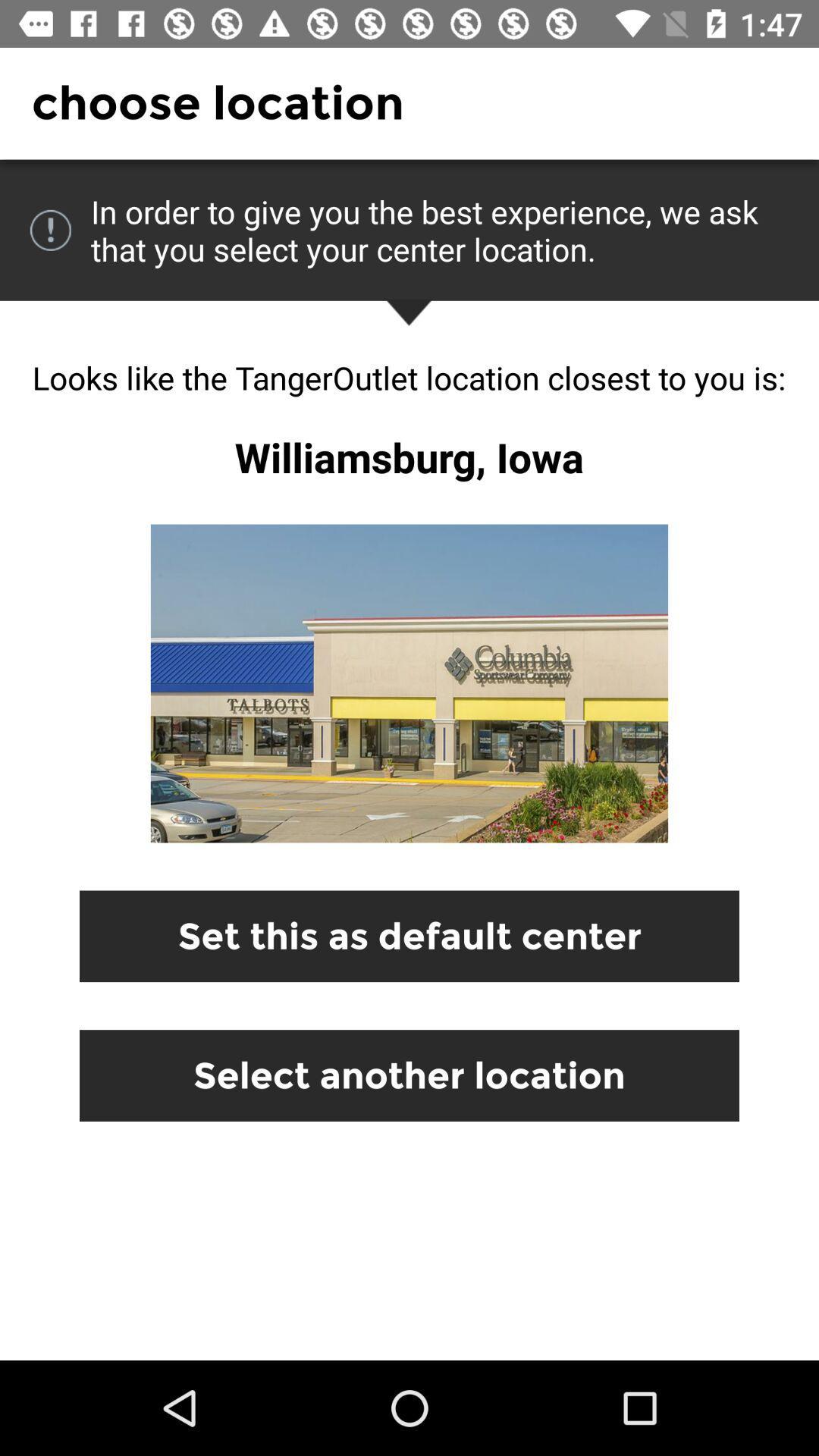 Image resolution: width=819 pixels, height=1456 pixels. Describe the element at coordinates (409, 935) in the screenshot. I see `set this as icon` at that location.